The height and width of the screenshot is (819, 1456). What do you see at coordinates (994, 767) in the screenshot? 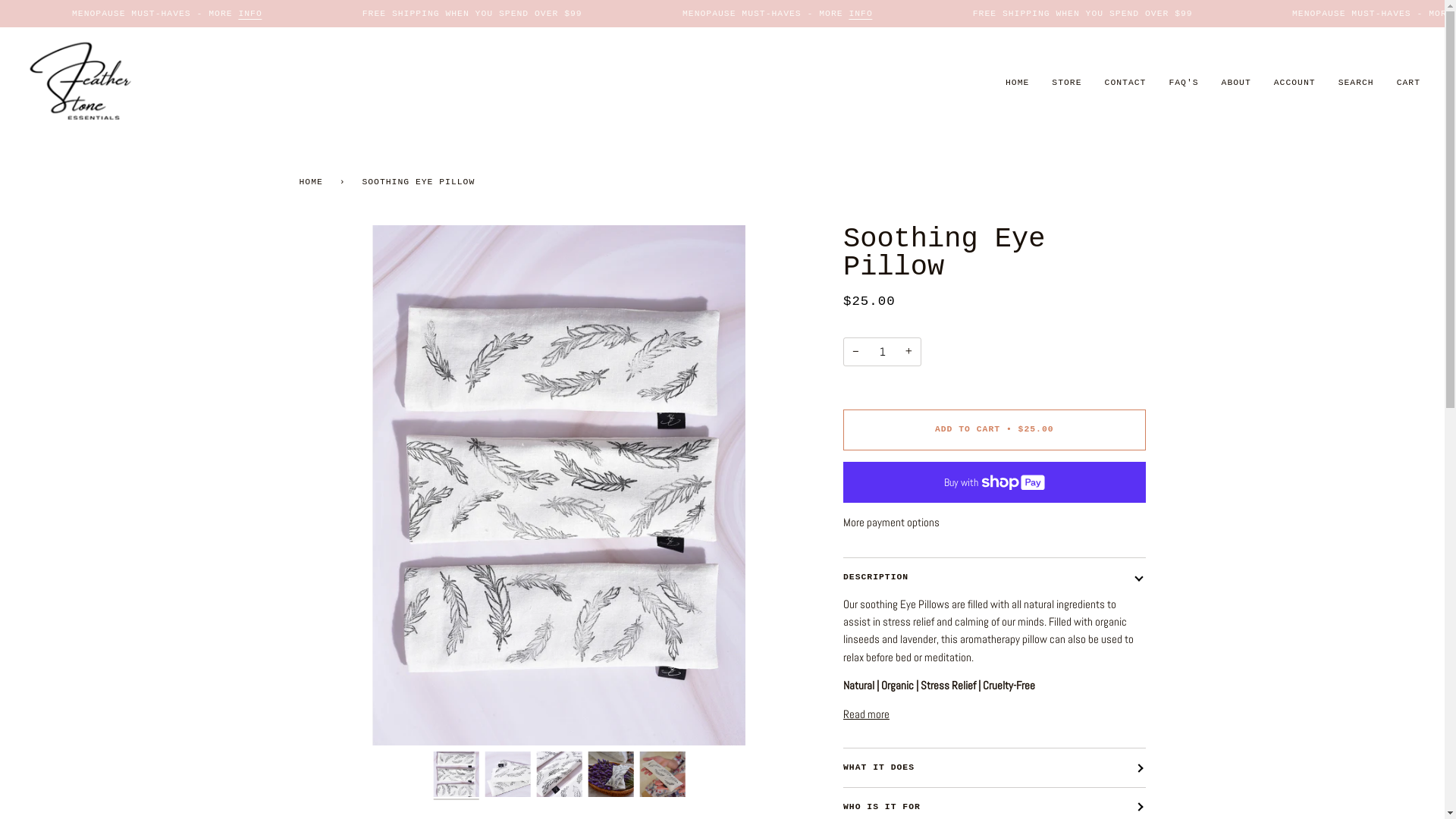
I see `'WHAT IT DOES'` at bounding box center [994, 767].